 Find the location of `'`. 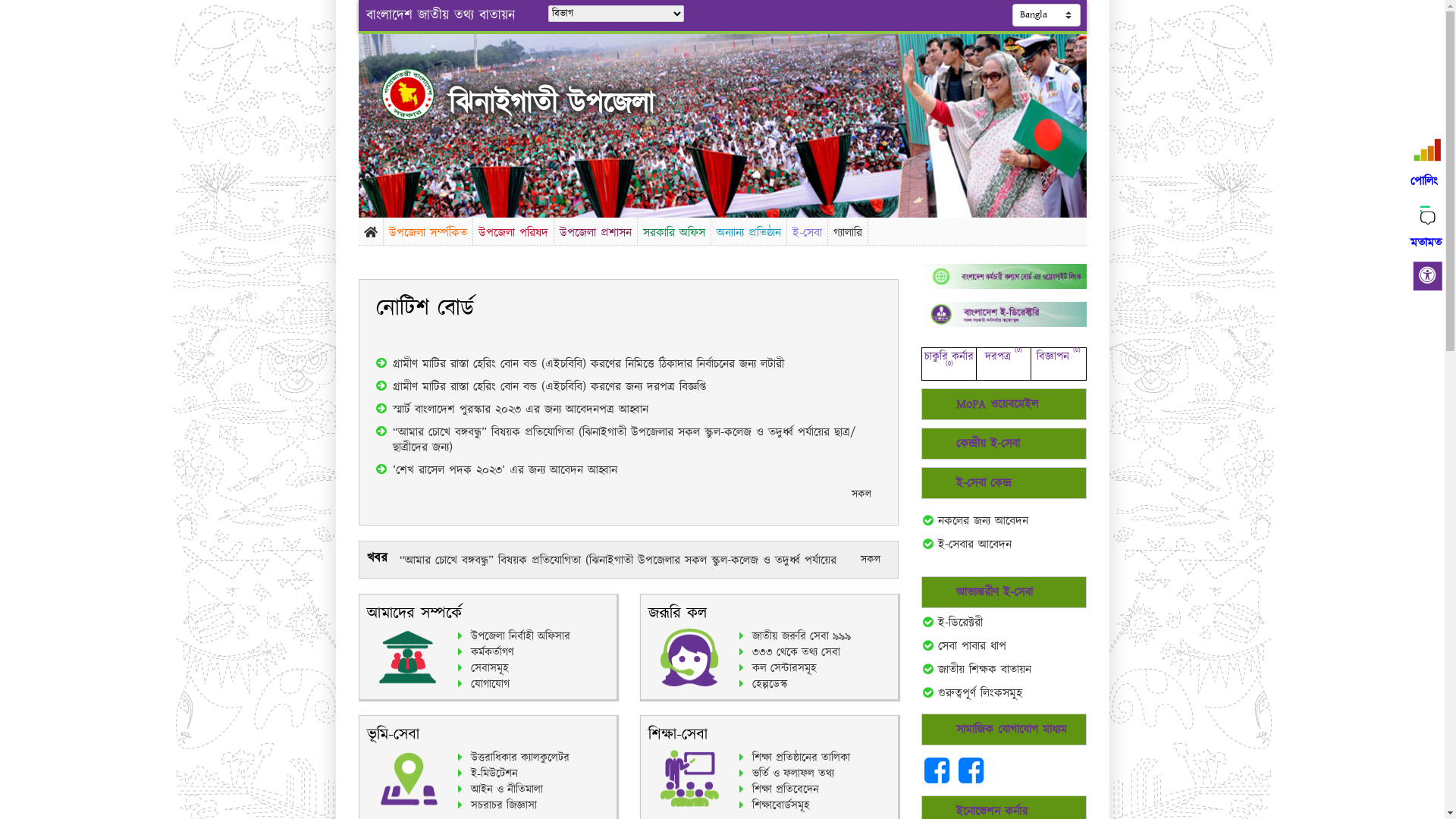

' is located at coordinates (420, 93).